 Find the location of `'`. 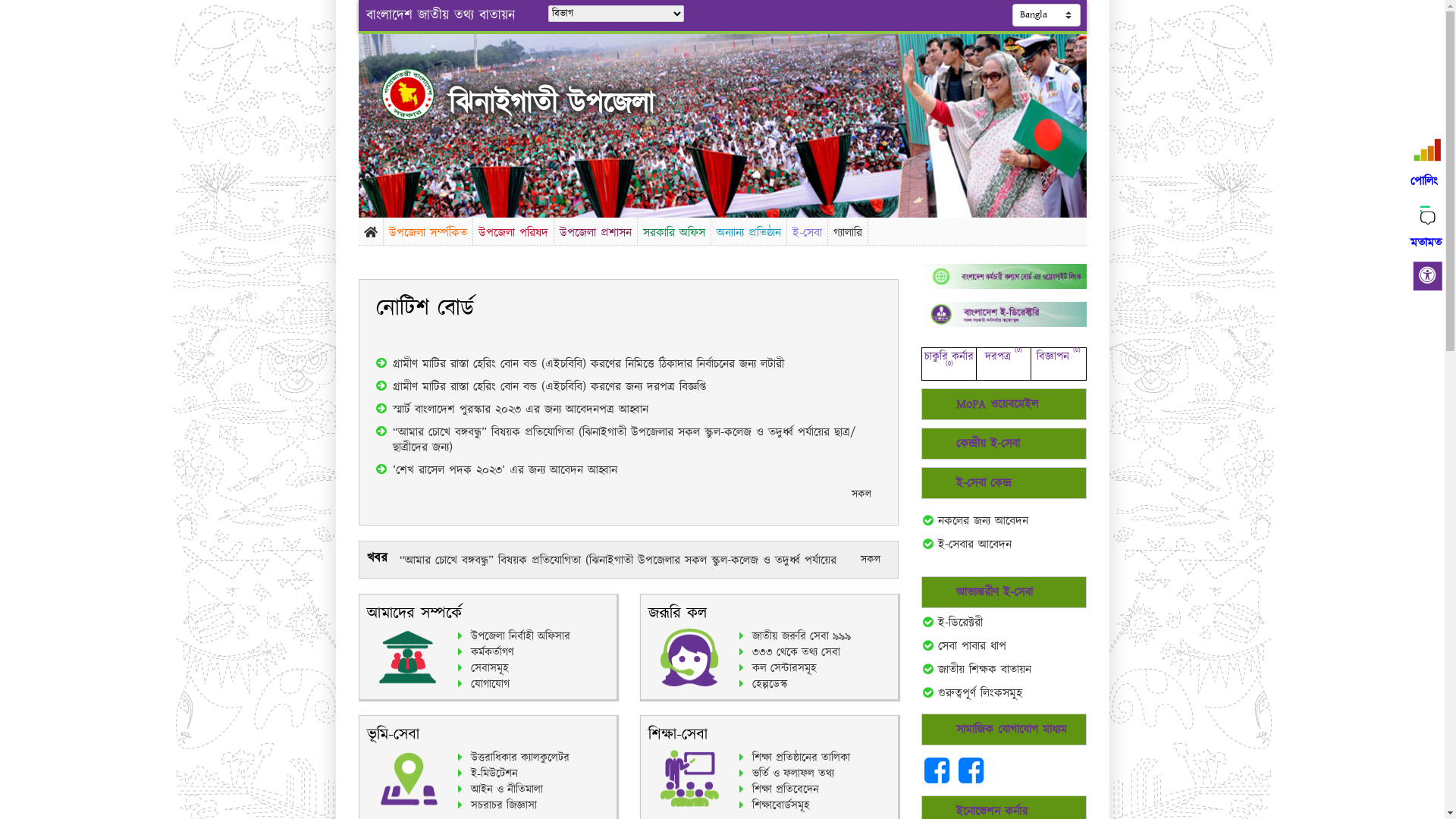

' is located at coordinates (420, 93).